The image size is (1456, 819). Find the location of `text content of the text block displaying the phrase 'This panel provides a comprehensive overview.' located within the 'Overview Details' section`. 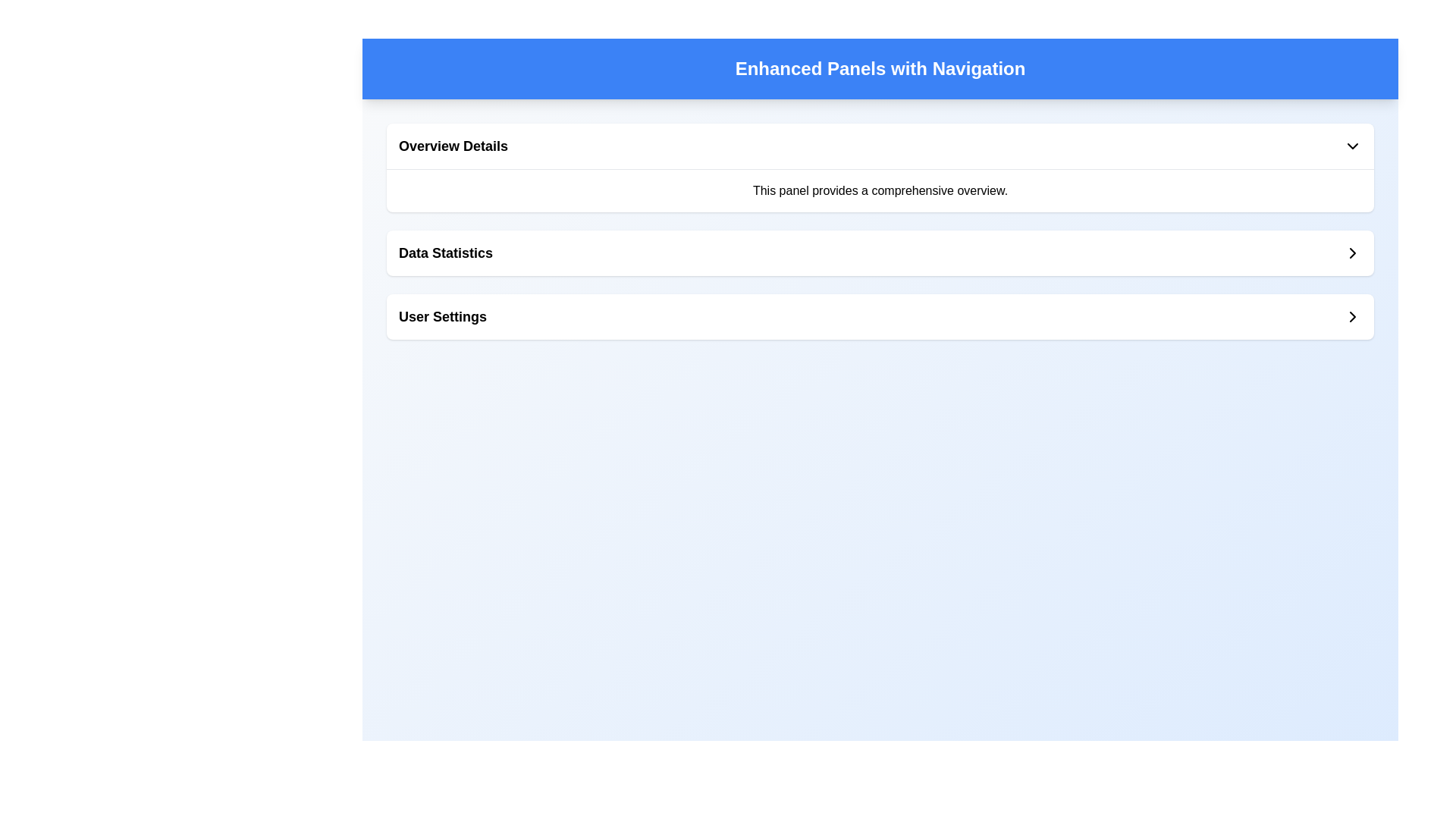

text content of the text block displaying the phrase 'This panel provides a comprehensive overview.' located within the 'Overview Details' section is located at coordinates (880, 189).